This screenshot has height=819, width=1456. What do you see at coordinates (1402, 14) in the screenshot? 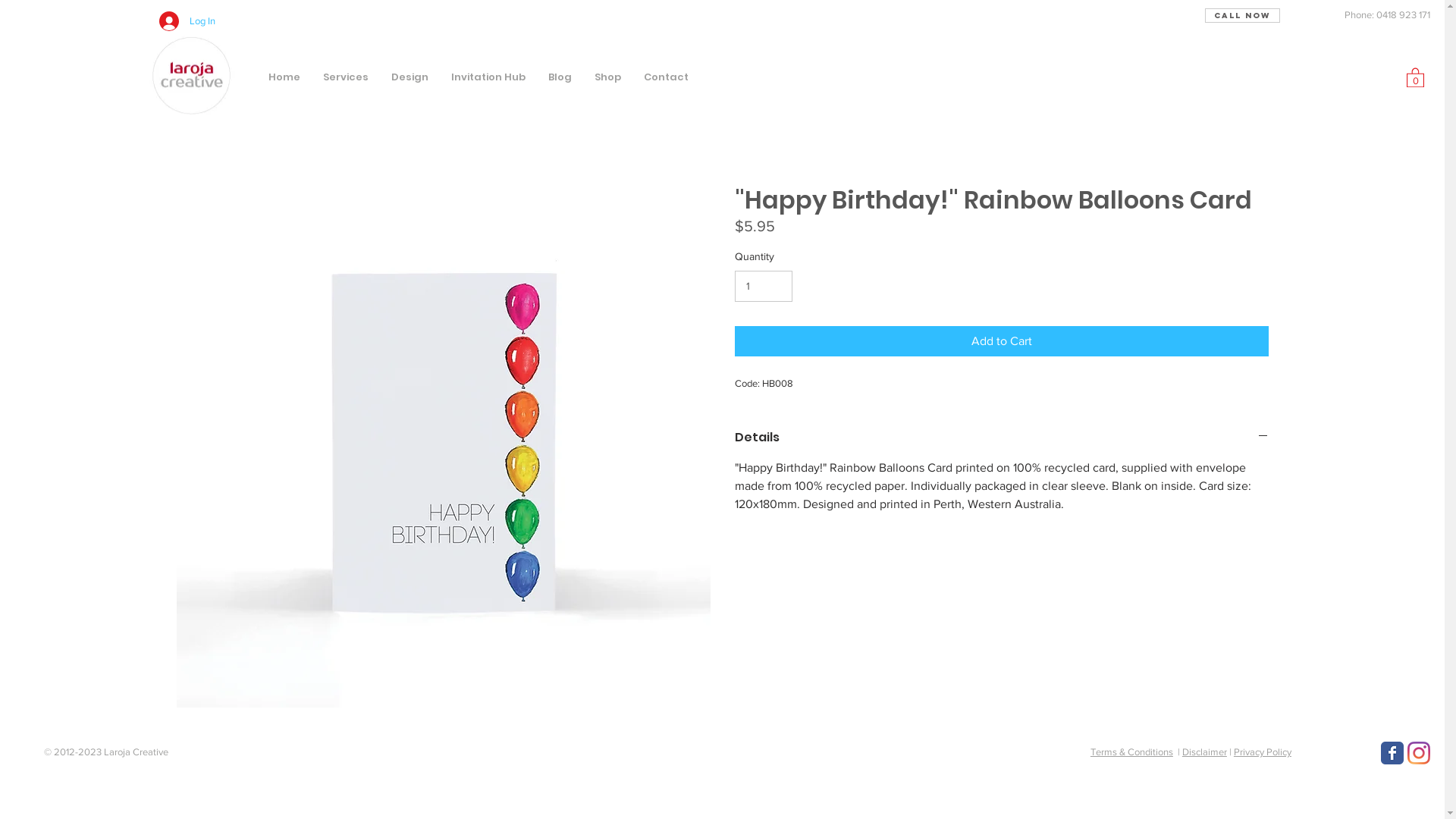
I see `'0418 923 171'` at bounding box center [1402, 14].